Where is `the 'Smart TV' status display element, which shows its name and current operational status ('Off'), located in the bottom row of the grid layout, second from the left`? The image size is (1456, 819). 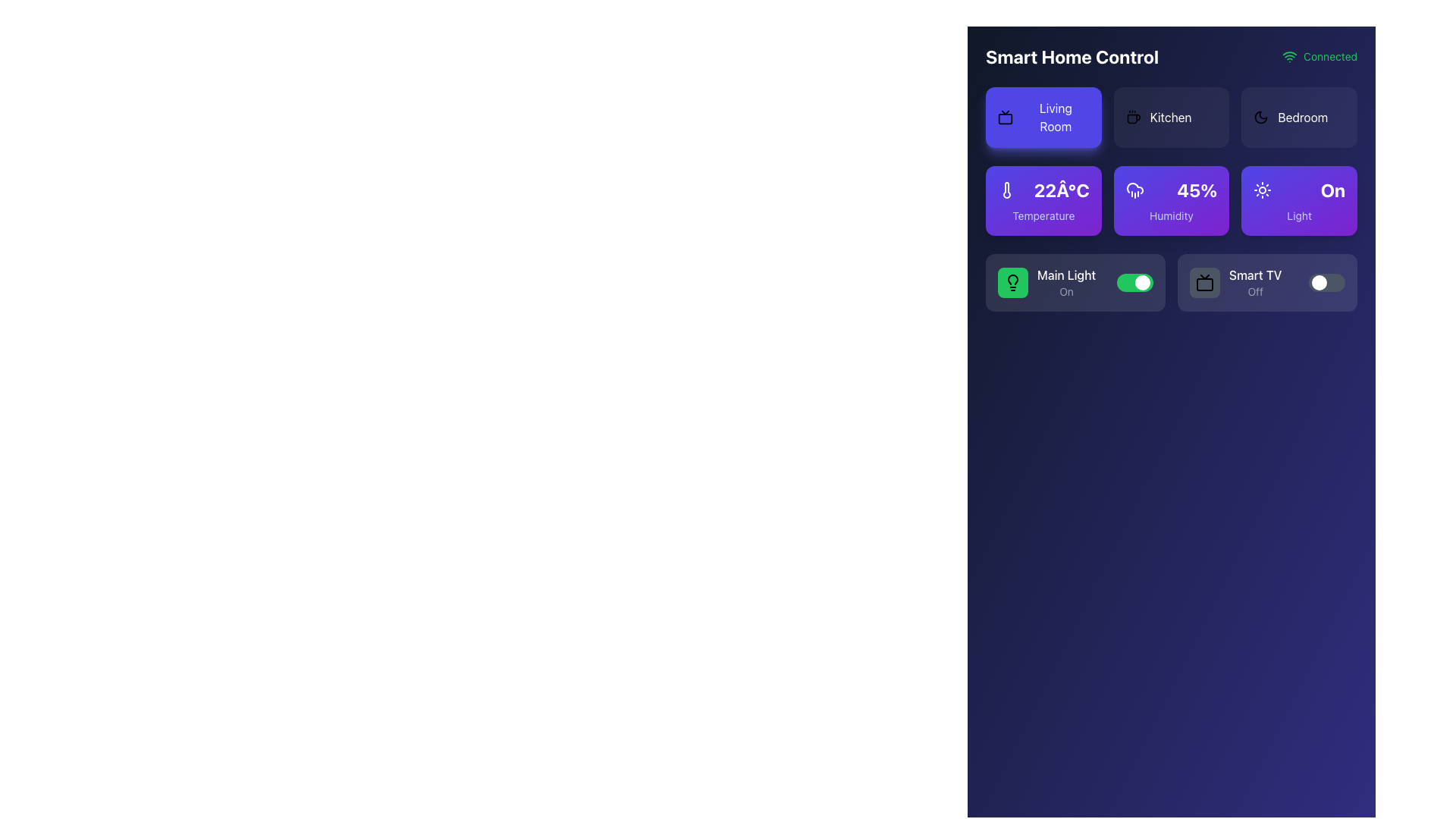 the 'Smart TV' status display element, which shows its name and current operational status ('Off'), located in the bottom row of the grid layout, second from the left is located at coordinates (1235, 283).